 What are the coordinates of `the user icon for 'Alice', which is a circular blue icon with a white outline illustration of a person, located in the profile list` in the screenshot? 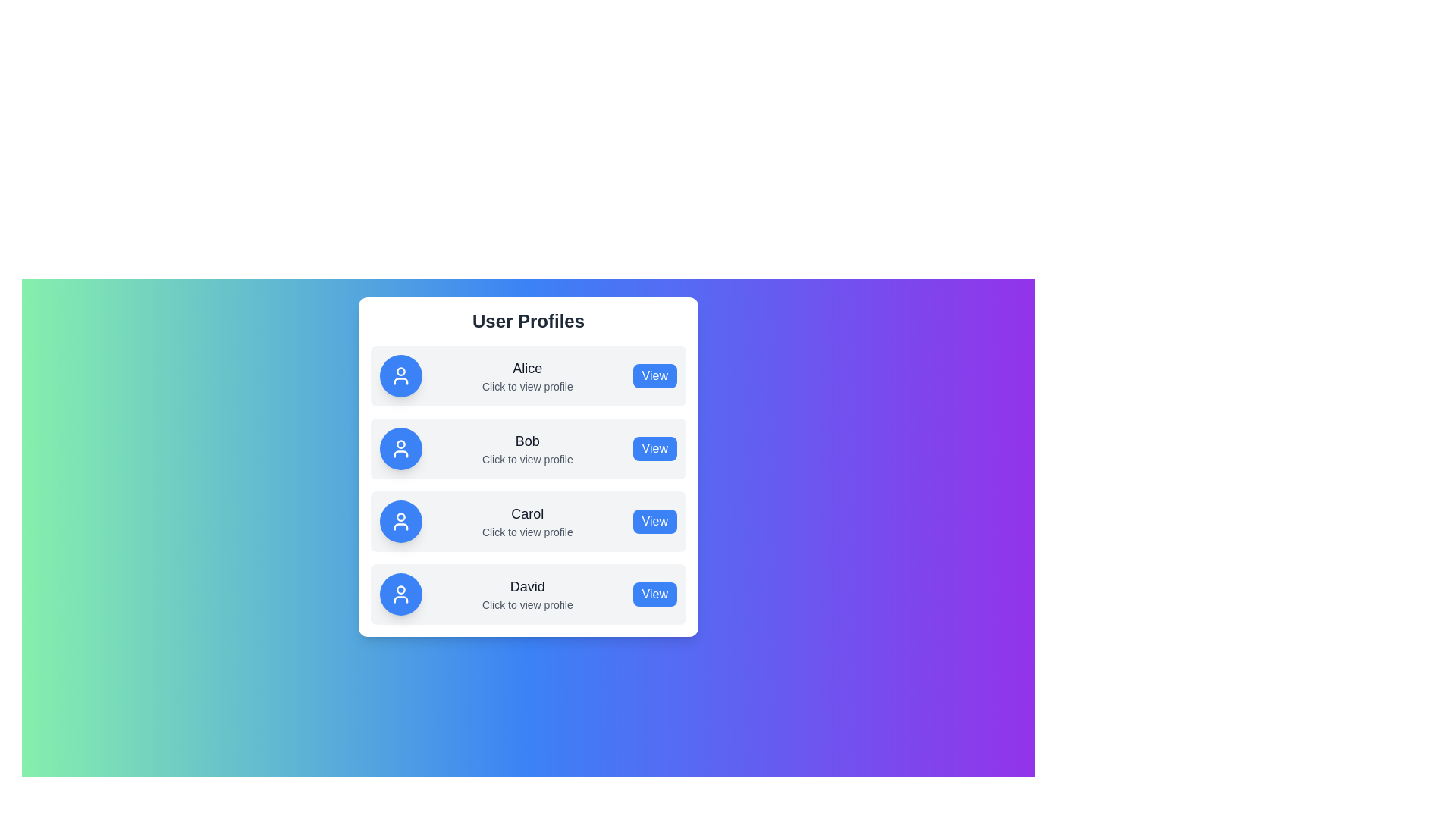 It's located at (400, 375).